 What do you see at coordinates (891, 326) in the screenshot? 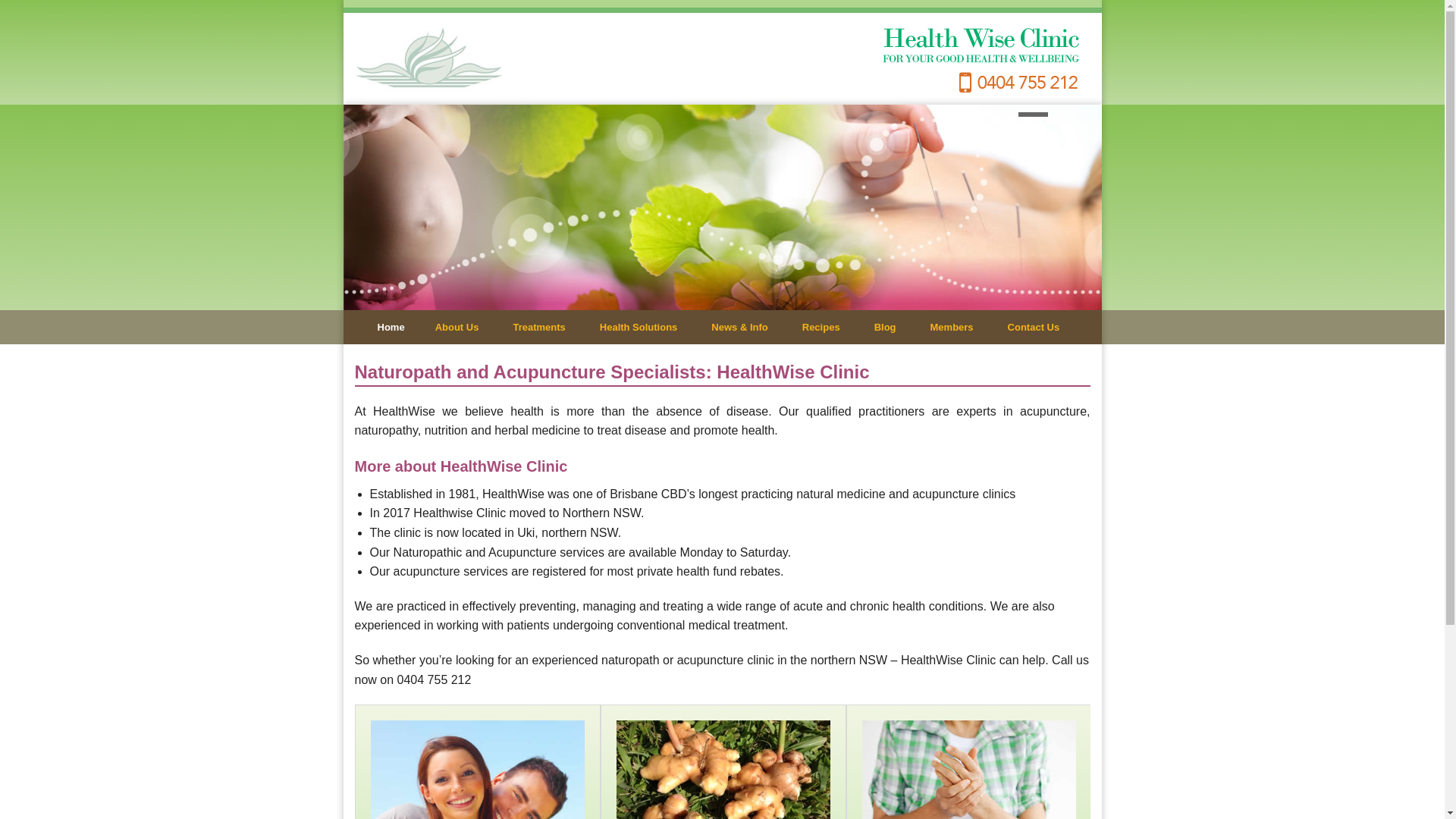
I see `'Blog'` at bounding box center [891, 326].